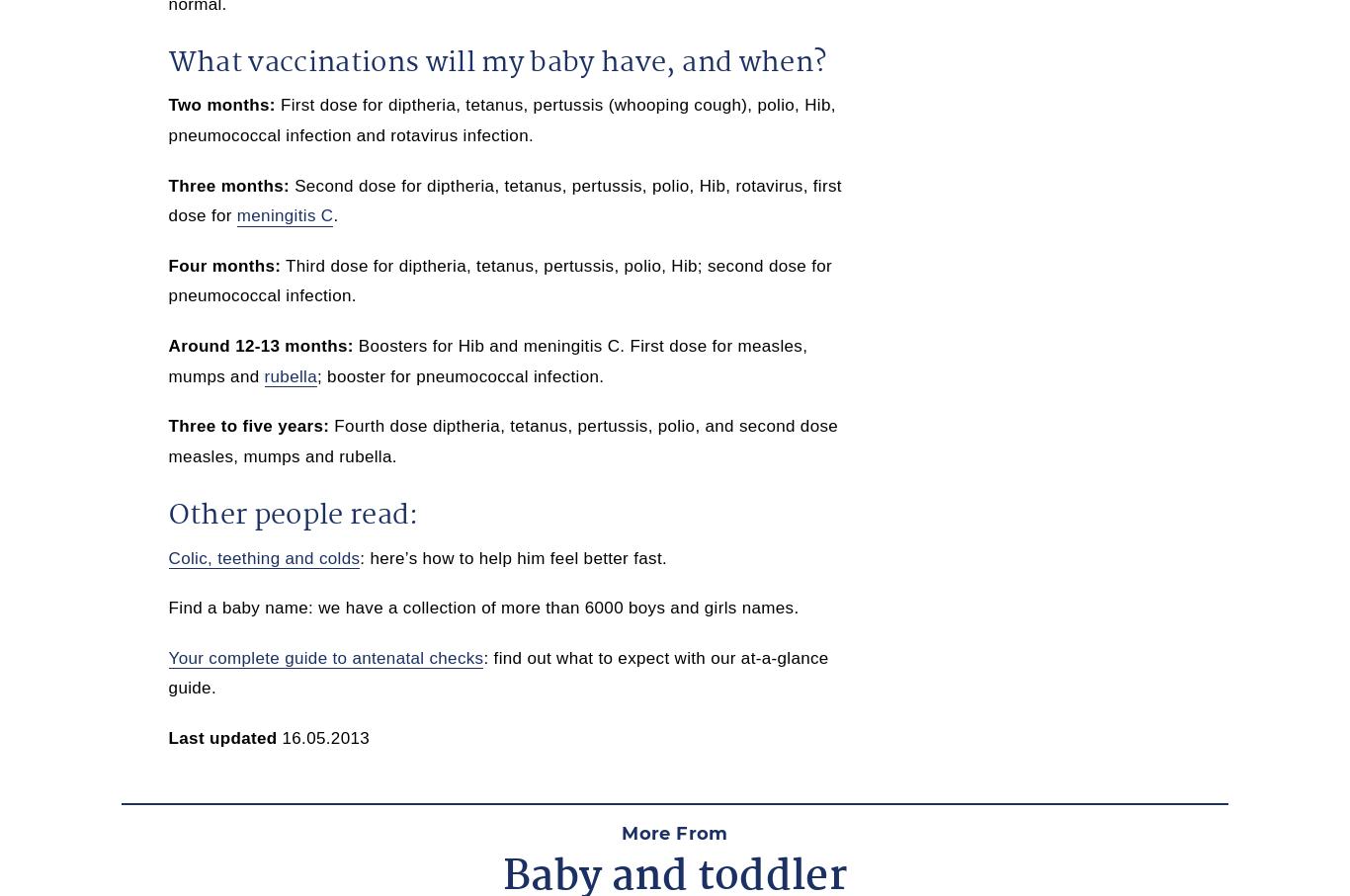 This screenshot has height=896, width=1350. Describe the element at coordinates (460, 375) in the screenshot. I see `'; booster for pneumococcal infection.'` at that location.